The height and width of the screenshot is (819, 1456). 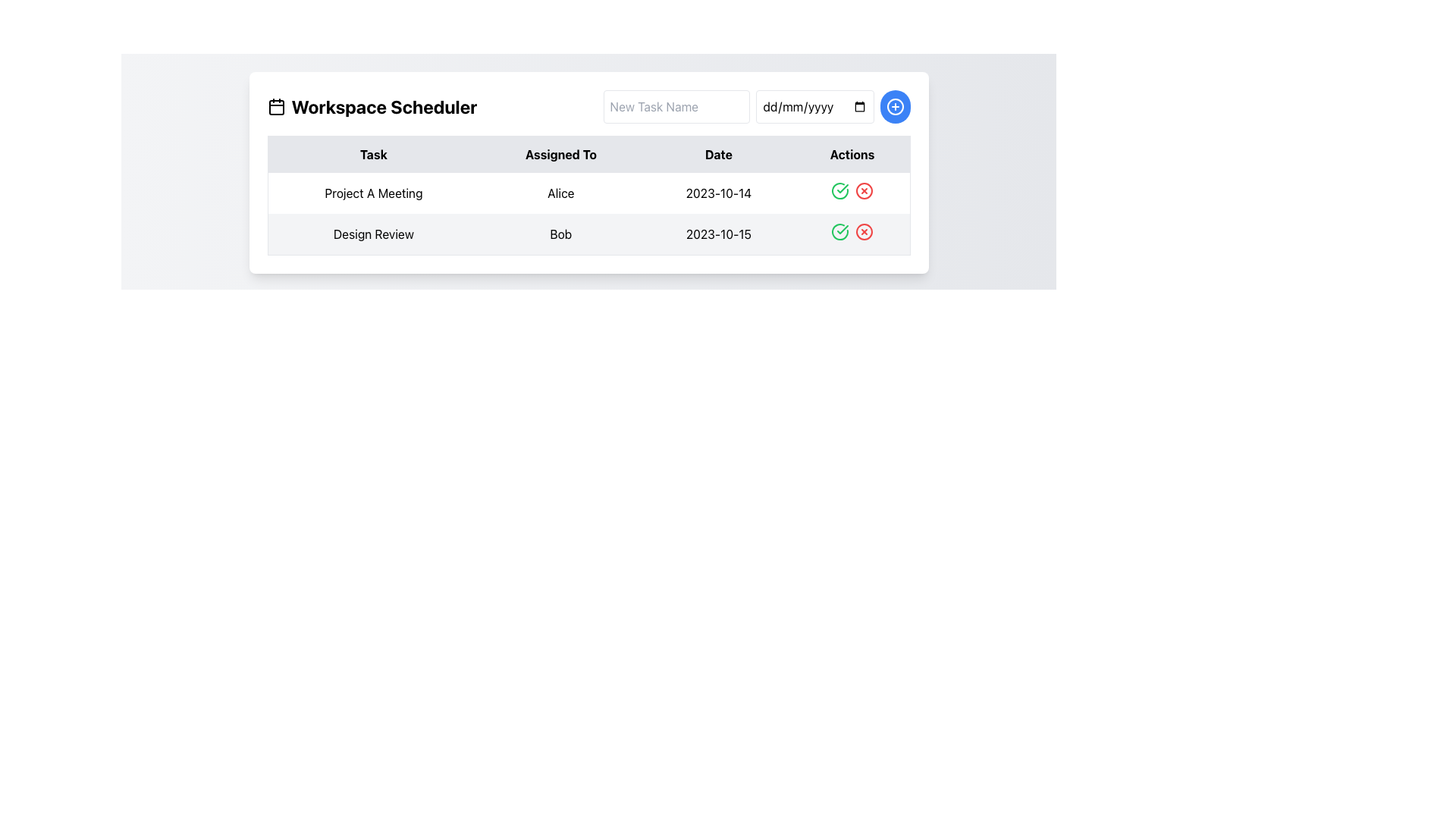 I want to click on the approval button located in the actions column of the second row of the 'Workspace Scheduler' table to mark the task 'Design Review' as approved or completed, so click(x=839, y=190).